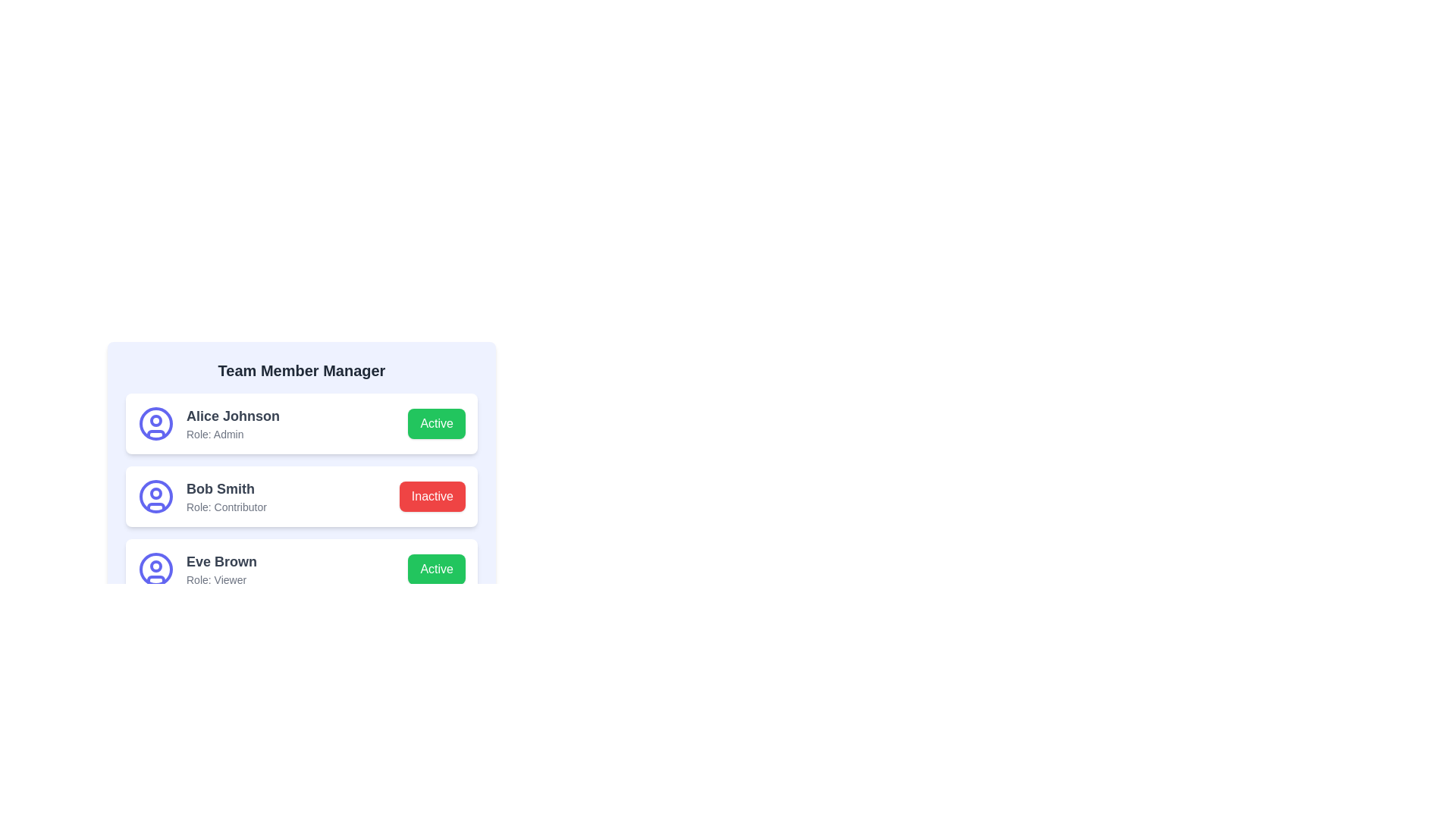 The width and height of the screenshot is (1456, 819). I want to click on the user item representing 'Alice Johnson' with the role 'Admin', so click(208, 424).